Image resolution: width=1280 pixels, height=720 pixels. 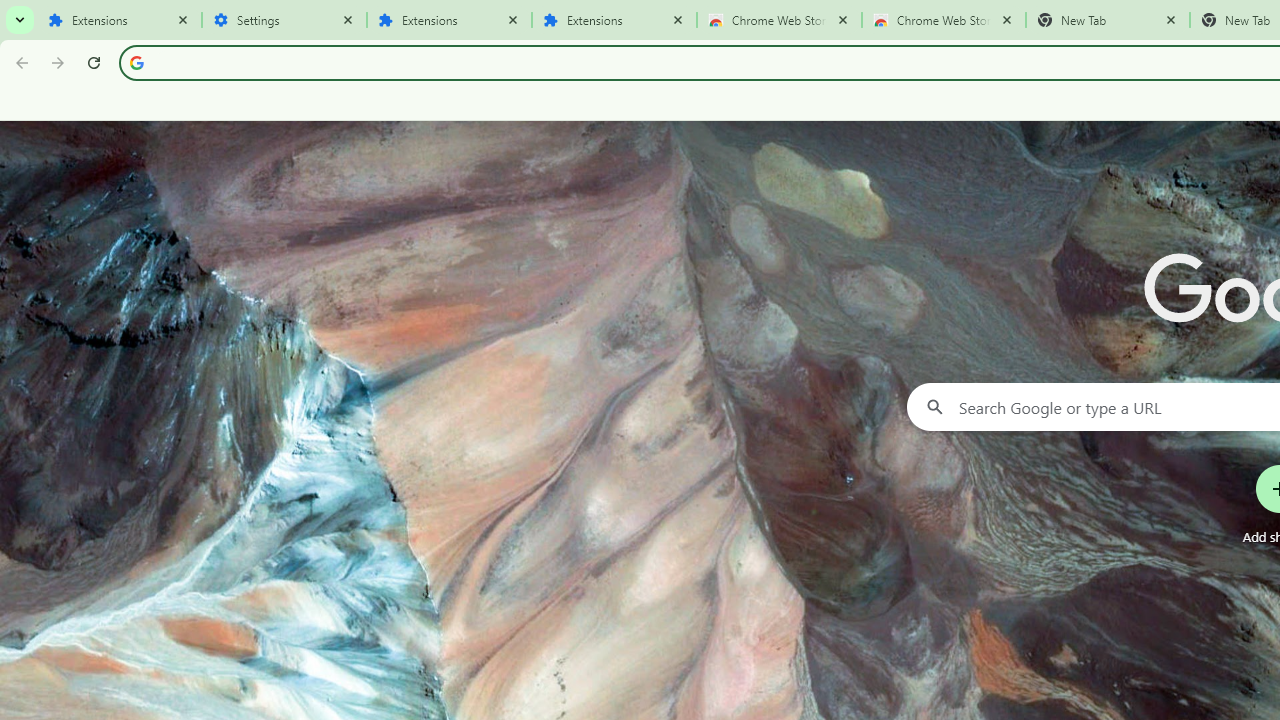 I want to click on 'Chrome Web Store - Themes', so click(x=943, y=20).